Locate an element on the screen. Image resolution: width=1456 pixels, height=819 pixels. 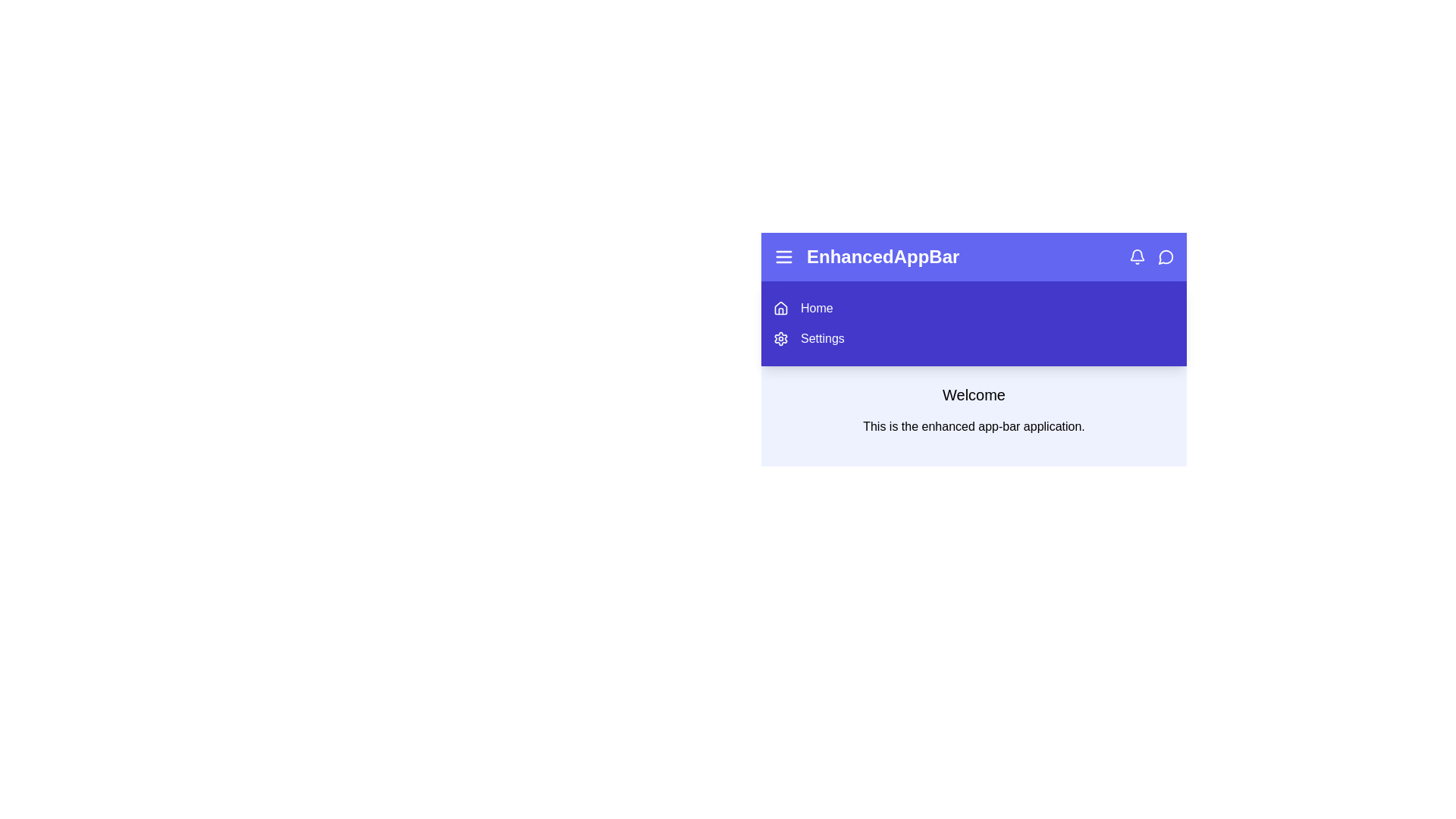
the MessageCircle icon to simulate a messaging action is located at coordinates (1165, 256).